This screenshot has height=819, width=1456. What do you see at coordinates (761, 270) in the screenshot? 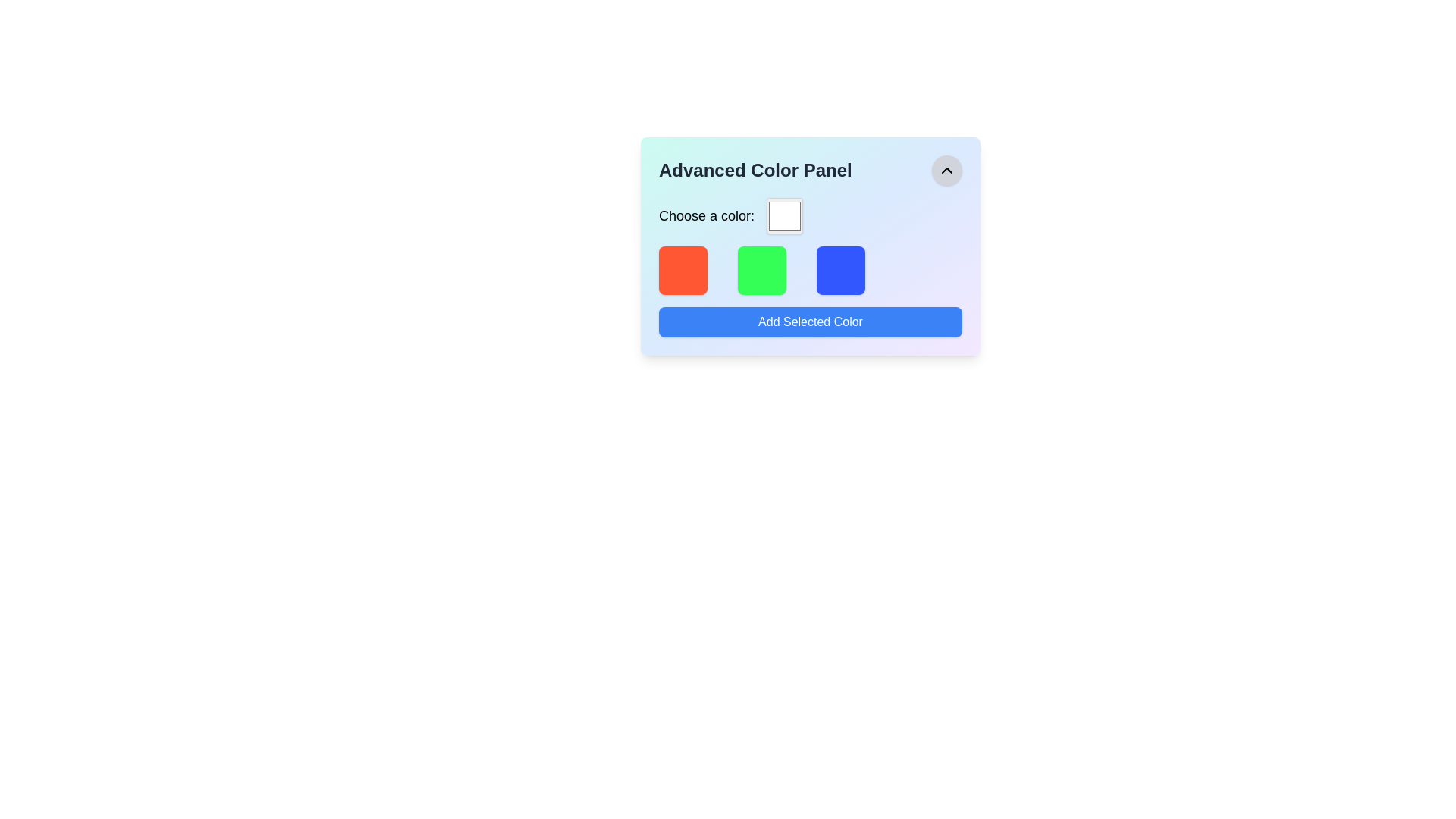
I see `the second square in a row of four squares that represents a selectable color option in the interface` at bounding box center [761, 270].